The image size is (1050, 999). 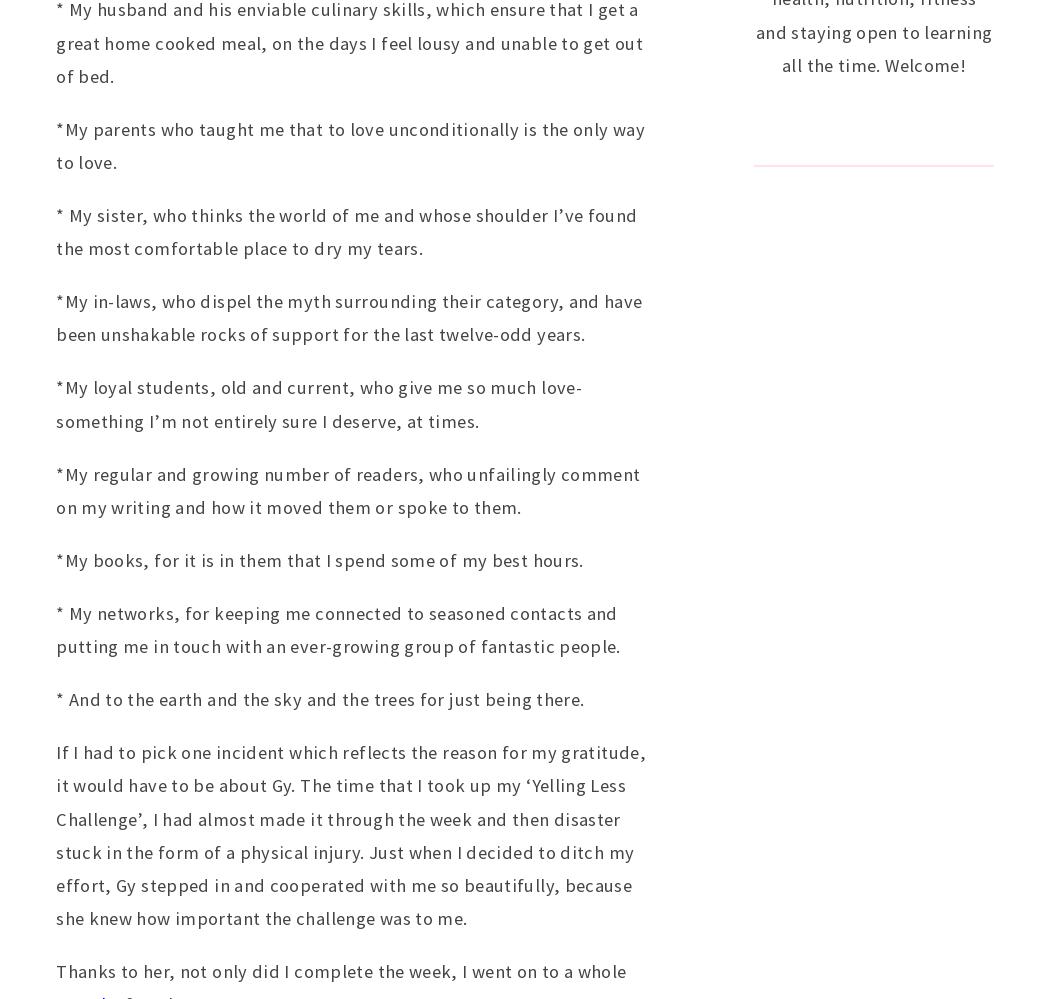 What do you see at coordinates (340, 969) in the screenshot?
I see `'Thanks to her, not only did I complete the week, I went on to a whole'` at bounding box center [340, 969].